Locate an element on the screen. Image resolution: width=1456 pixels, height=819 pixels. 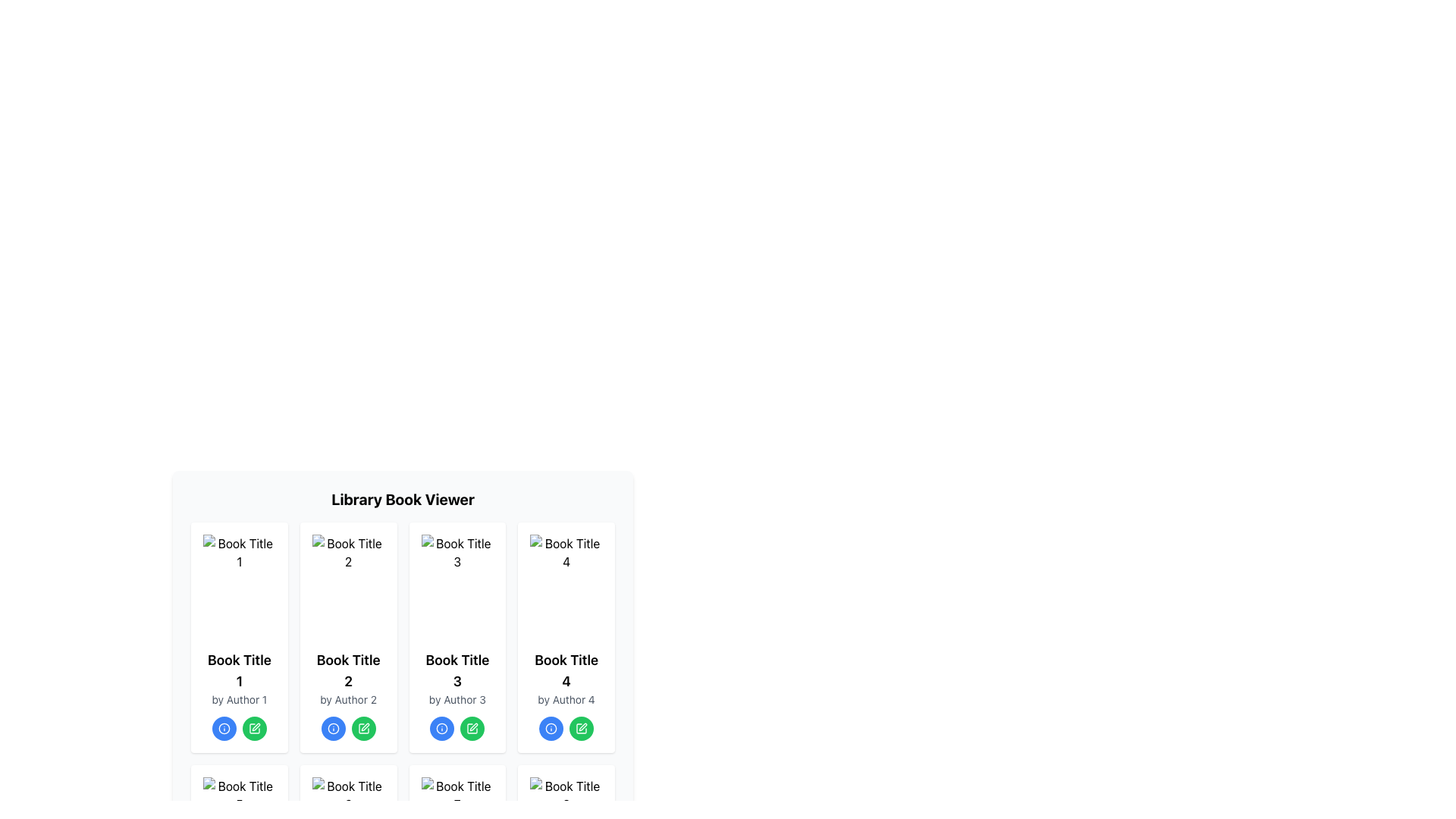
the edit button associated with the book card titled 'Book Title 4', which is the second button in the lower section under this card, located to the immediate right of the blue circular button is located at coordinates (581, 727).